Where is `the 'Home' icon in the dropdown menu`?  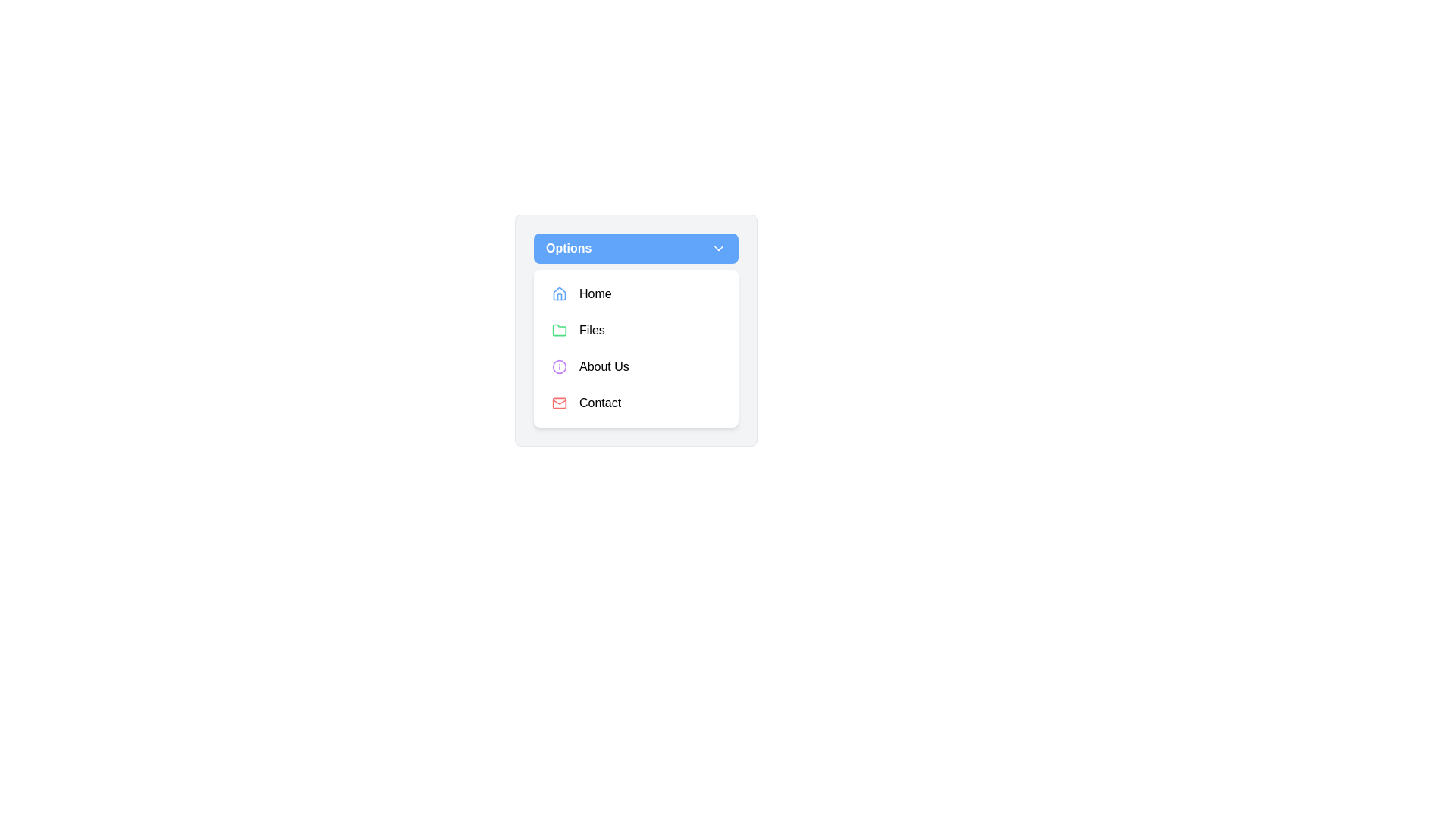 the 'Home' icon in the dropdown menu is located at coordinates (559, 293).